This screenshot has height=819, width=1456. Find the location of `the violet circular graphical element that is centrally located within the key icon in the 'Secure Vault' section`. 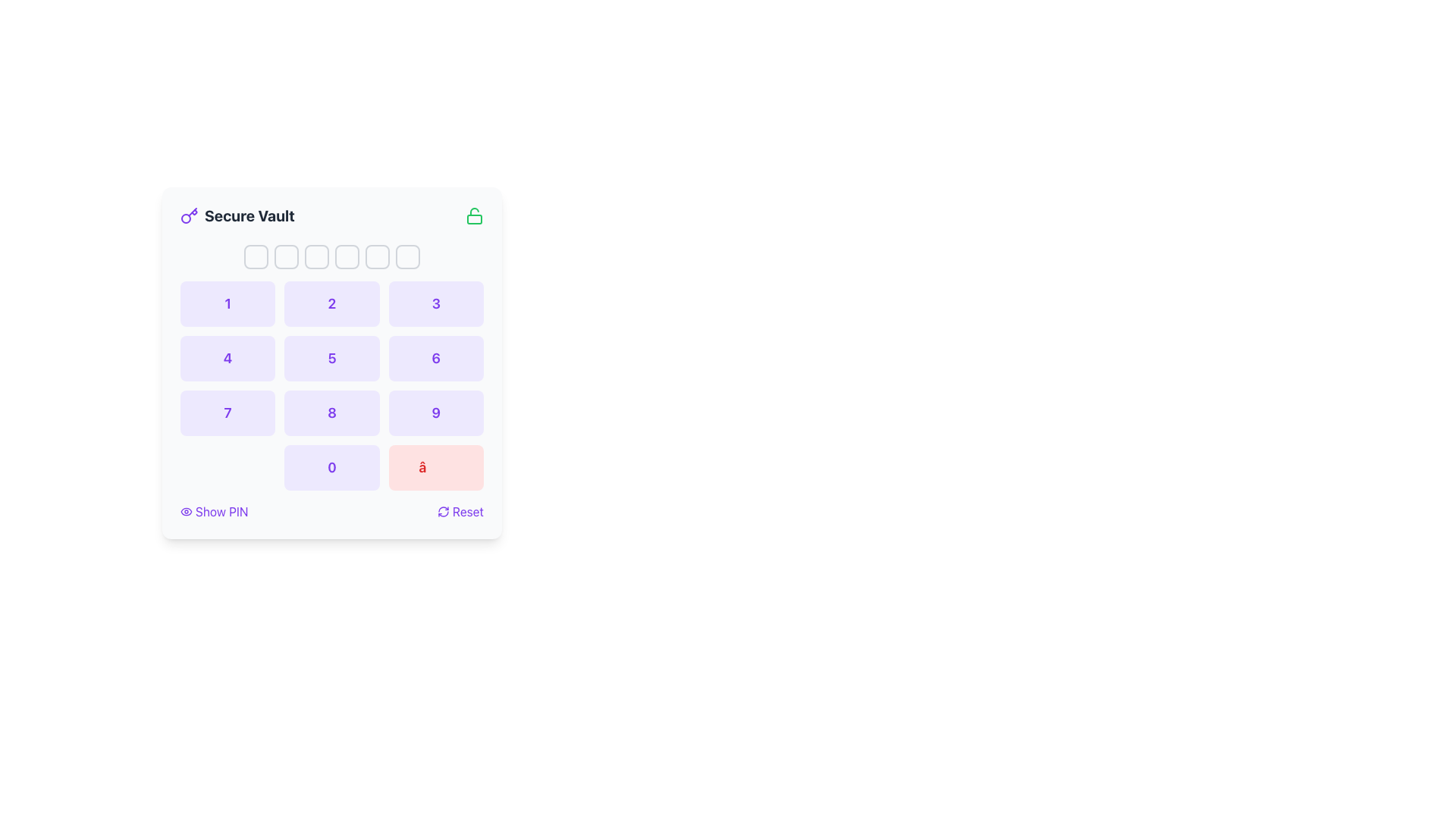

the violet circular graphical element that is centrally located within the key icon in the 'Secure Vault' section is located at coordinates (185, 218).